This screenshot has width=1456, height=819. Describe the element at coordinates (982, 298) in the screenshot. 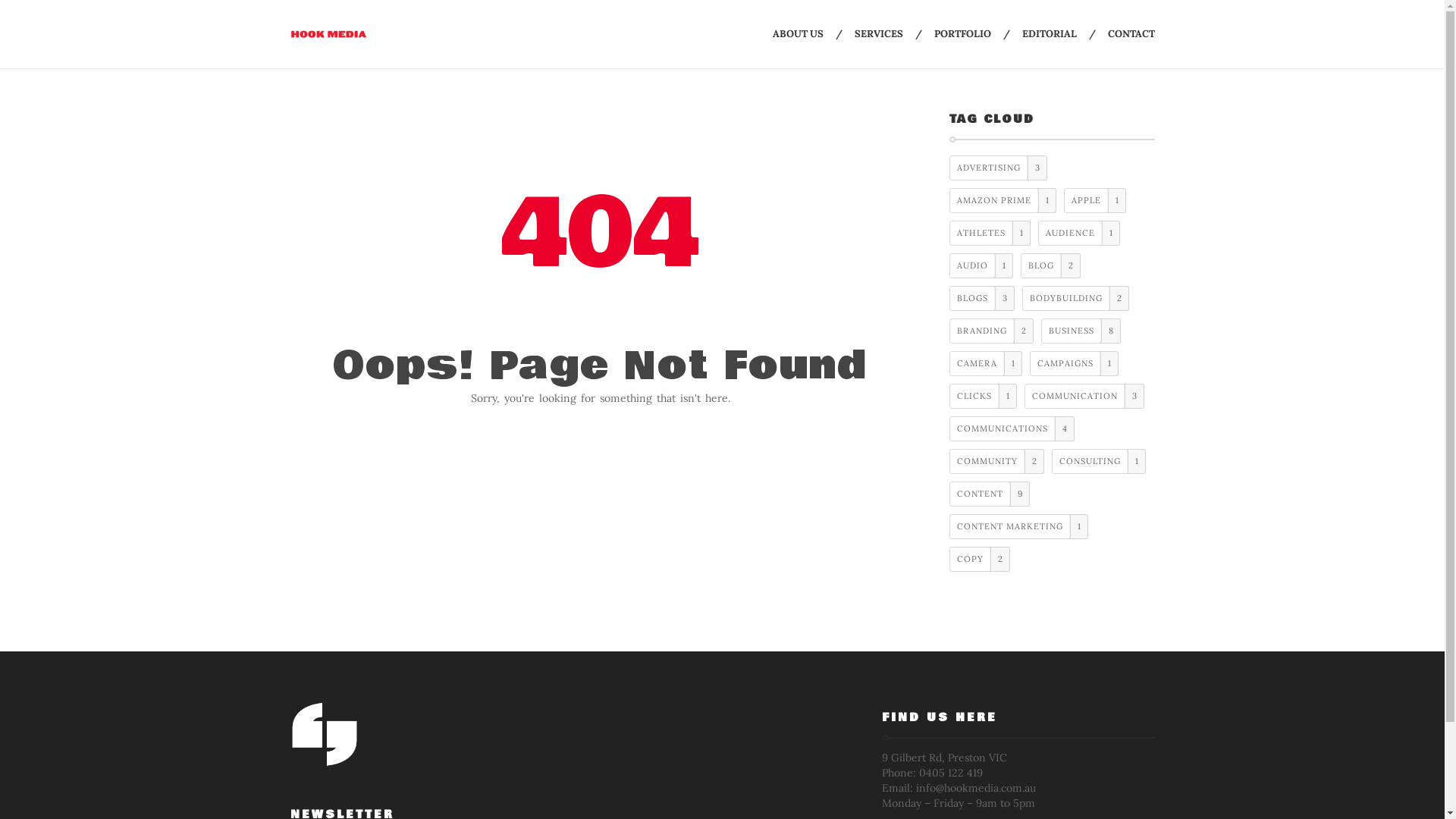

I see `'BLOGS3'` at that location.